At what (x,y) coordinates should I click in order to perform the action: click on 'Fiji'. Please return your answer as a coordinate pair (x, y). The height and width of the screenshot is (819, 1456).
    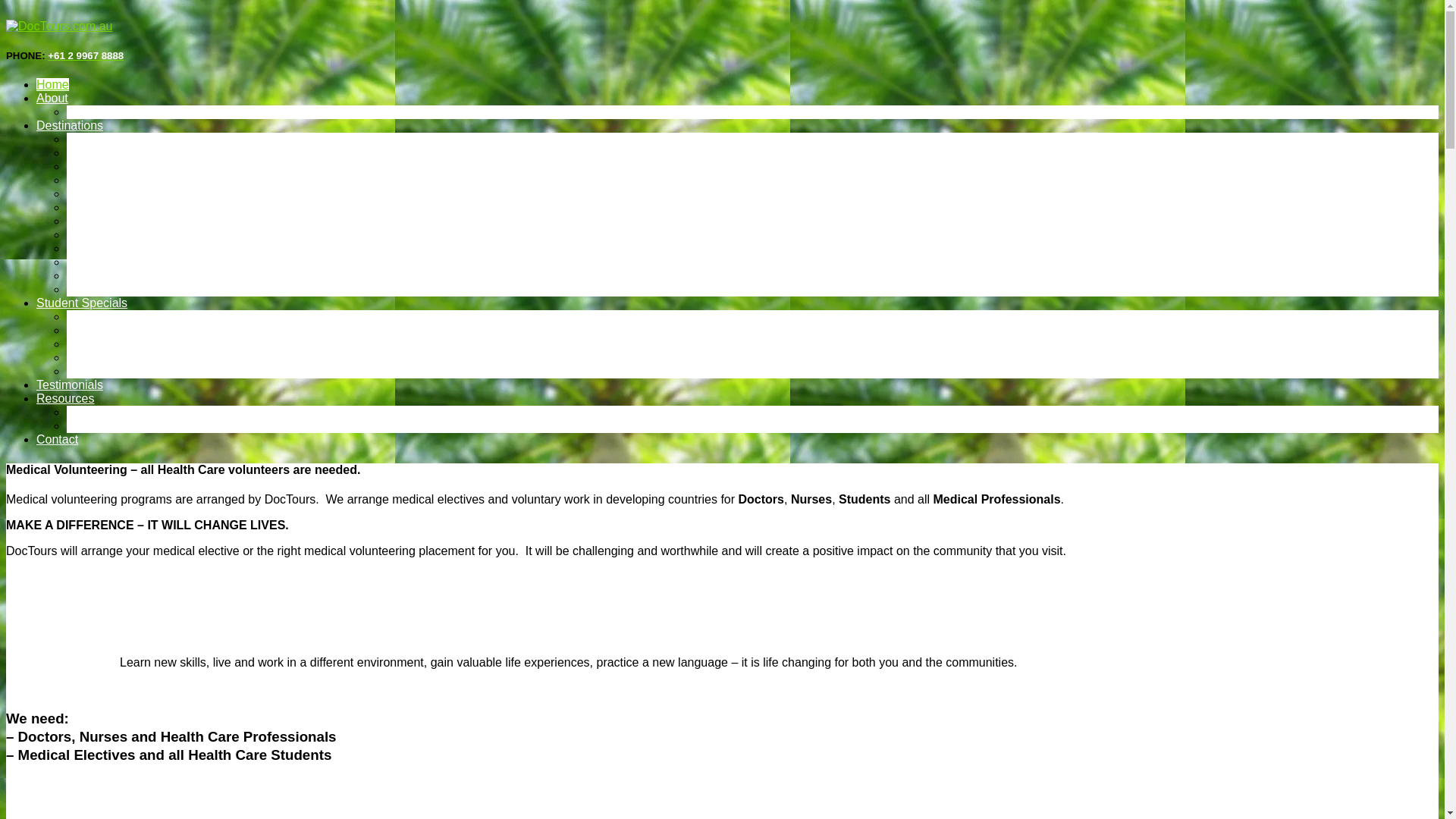
    Looking at the image, I should click on (73, 166).